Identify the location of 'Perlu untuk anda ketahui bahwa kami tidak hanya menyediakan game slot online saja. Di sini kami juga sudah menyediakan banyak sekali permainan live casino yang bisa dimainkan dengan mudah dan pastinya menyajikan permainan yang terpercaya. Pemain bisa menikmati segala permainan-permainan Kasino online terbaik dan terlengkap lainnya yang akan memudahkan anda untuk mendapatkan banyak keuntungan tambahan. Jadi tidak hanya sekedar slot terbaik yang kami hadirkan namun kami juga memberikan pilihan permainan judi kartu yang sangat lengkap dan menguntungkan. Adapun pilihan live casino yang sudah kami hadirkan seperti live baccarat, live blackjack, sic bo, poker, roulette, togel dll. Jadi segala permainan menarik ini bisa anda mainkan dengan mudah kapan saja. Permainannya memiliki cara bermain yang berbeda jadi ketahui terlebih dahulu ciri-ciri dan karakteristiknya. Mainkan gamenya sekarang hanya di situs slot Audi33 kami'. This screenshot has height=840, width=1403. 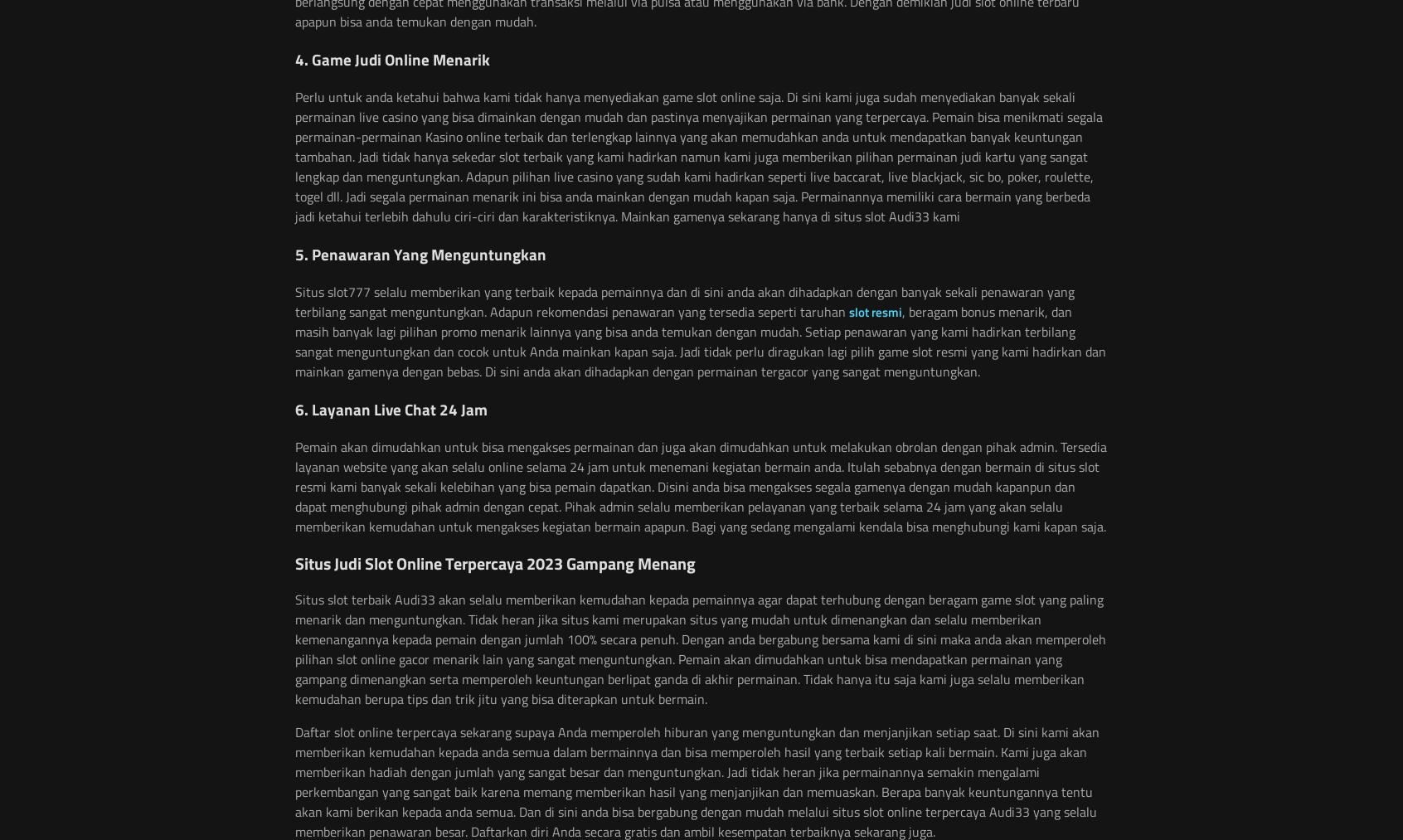
(698, 157).